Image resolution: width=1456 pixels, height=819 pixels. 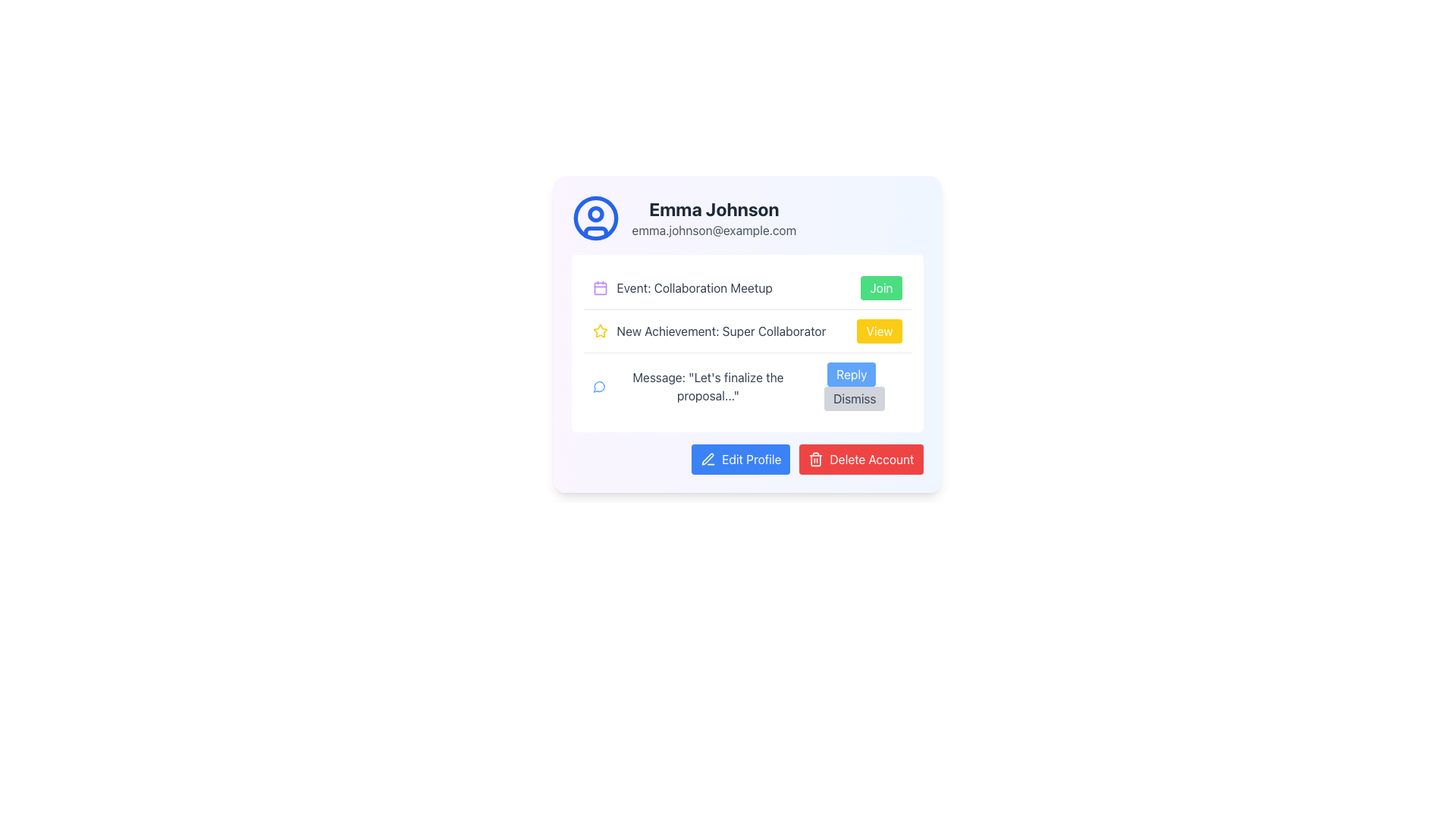 I want to click on the 'Dismiss' button located directly below the 'Reply' button, which is styled with a light-gray background and dark-gray text, so click(x=852, y=385).